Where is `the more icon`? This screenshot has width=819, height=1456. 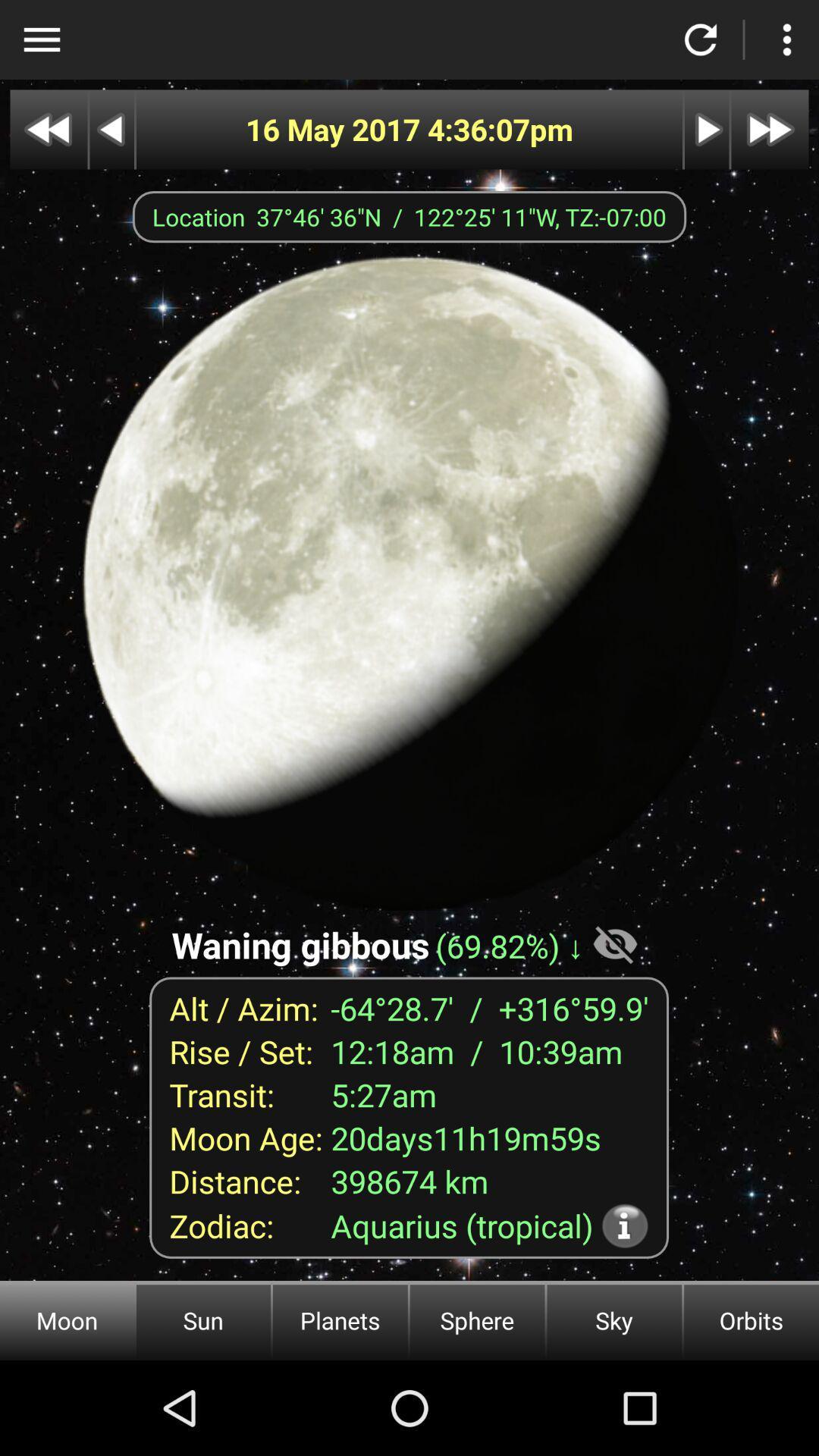 the more icon is located at coordinates (786, 39).